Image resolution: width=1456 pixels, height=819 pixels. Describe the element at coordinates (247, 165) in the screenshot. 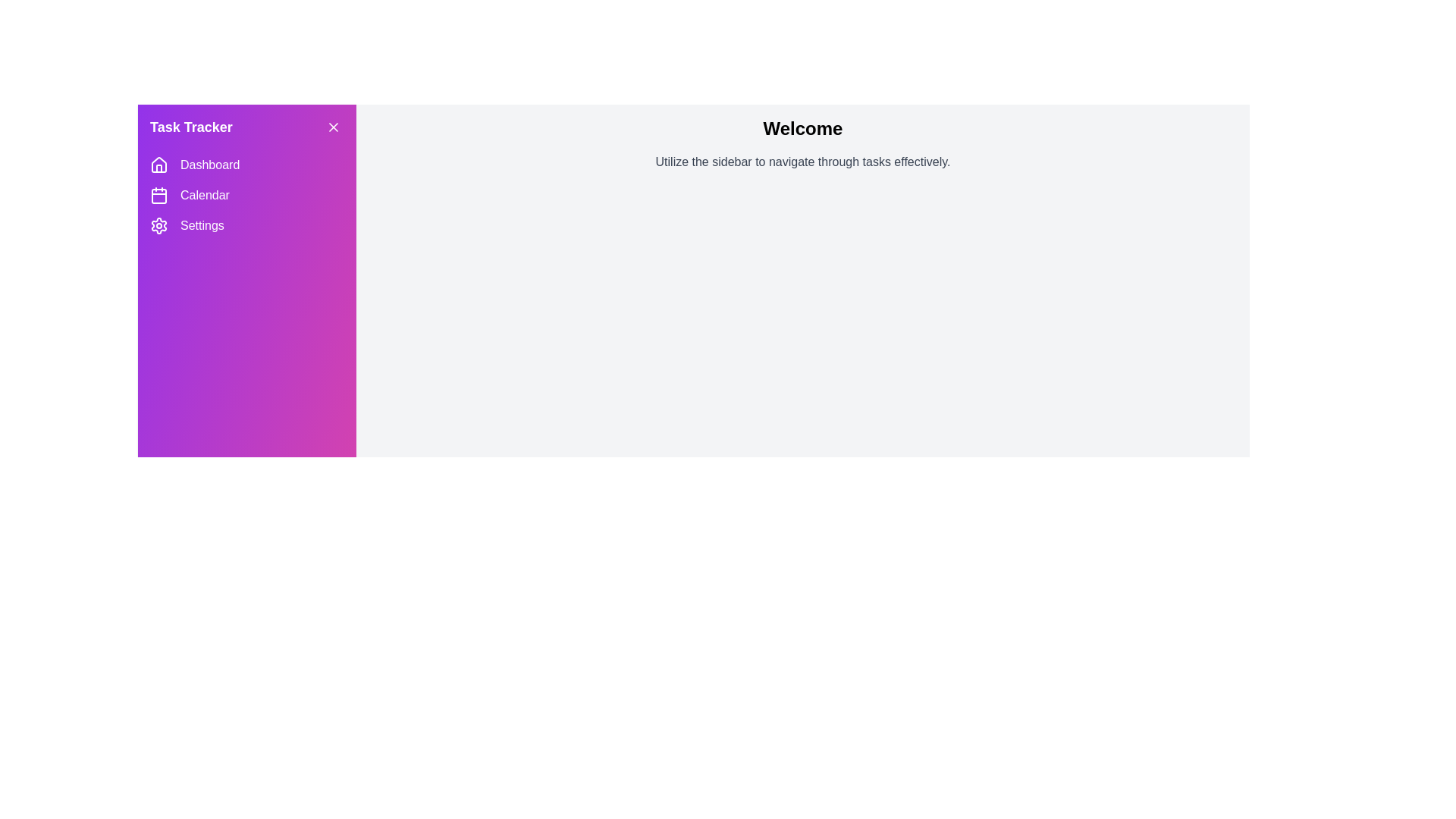

I see `the menu item labeled Dashboard` at that location.